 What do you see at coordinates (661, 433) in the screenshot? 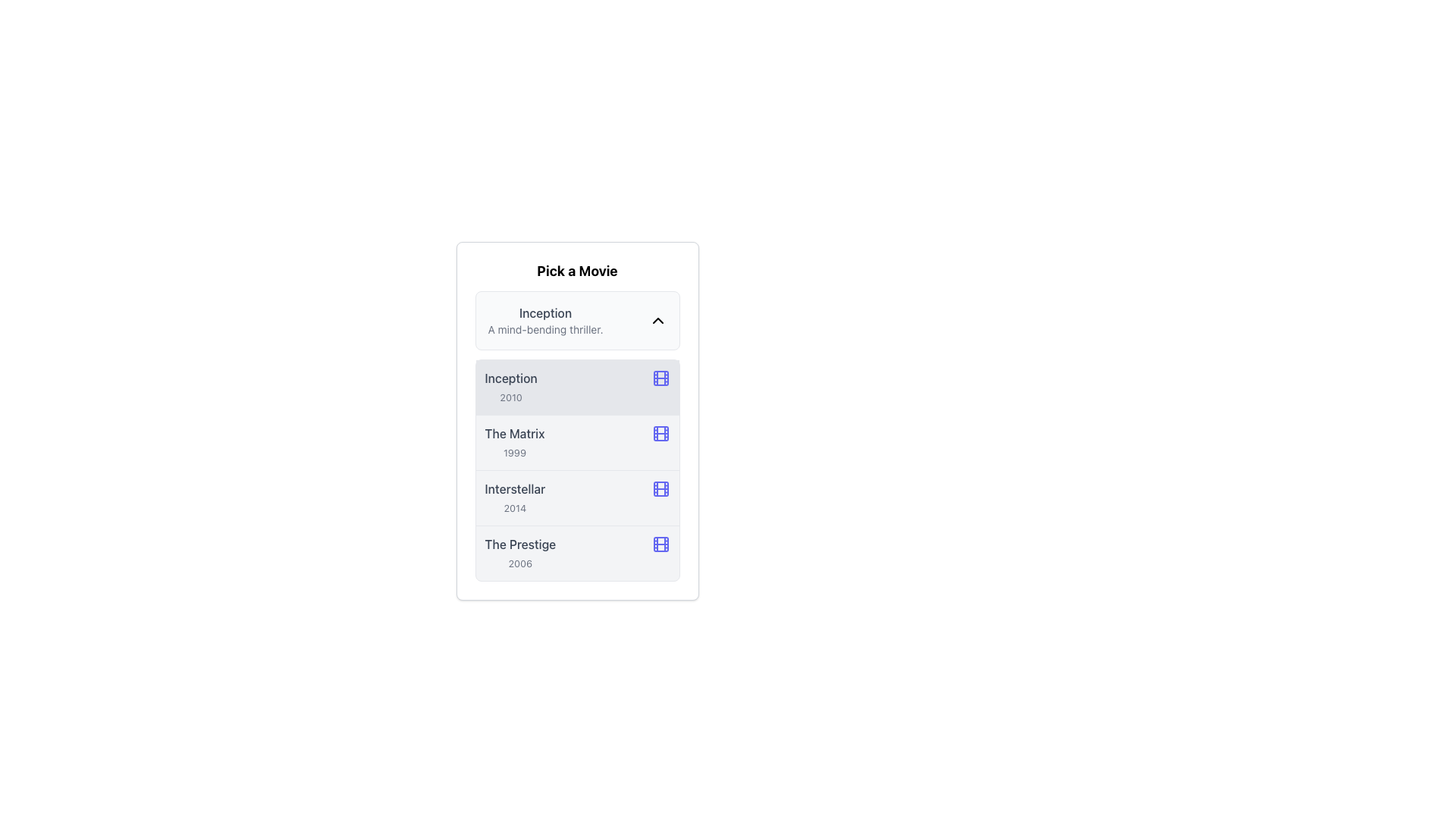
I see `the icon representing the movie 'The Matrix 1999', which is located on the far right of the row adjacent to the title and year text` at bounding box center [661, 433].